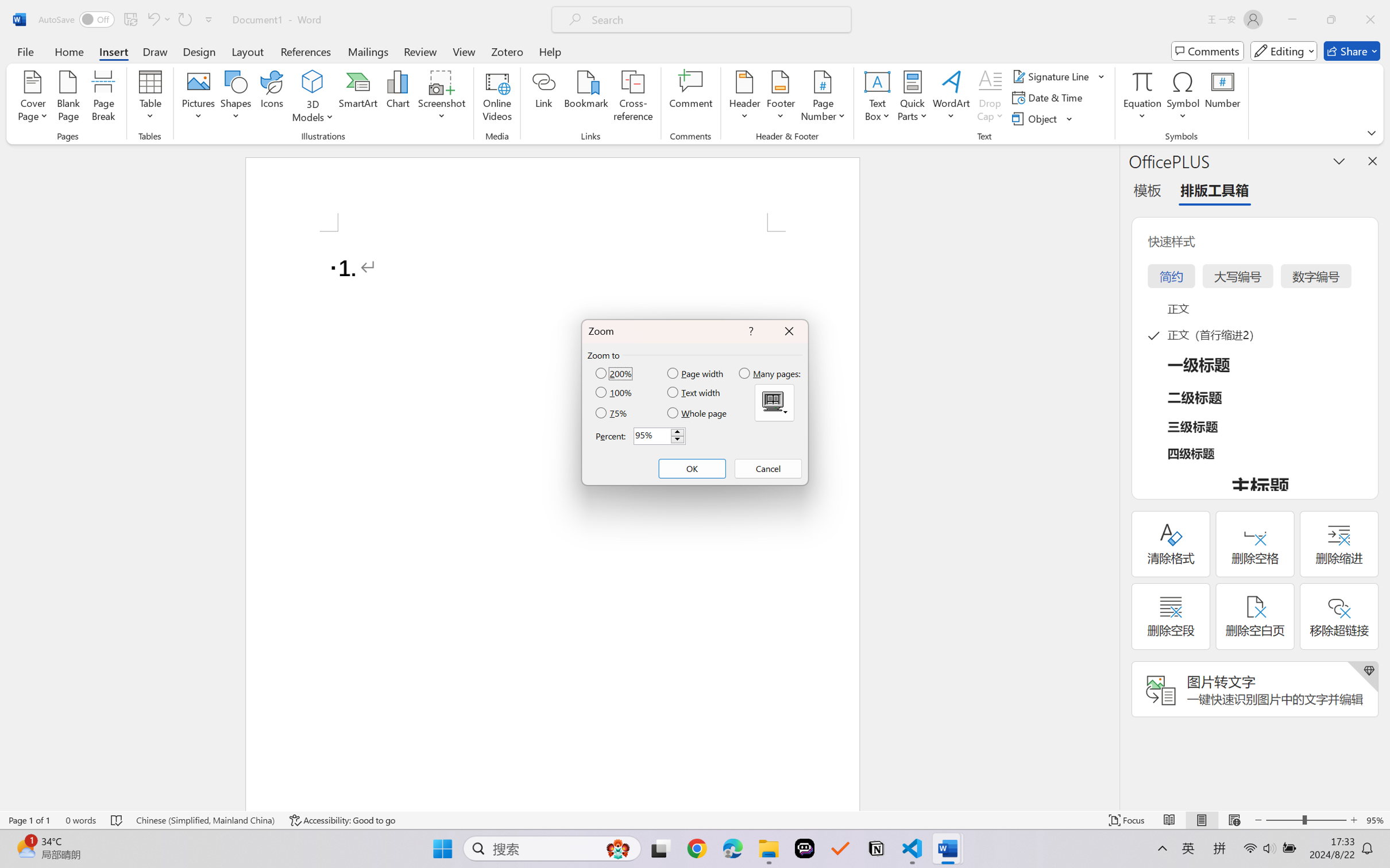  What do you see at coordinates (743, 98) in the screenshot?
I see `'Header'` at bounding box center [743, 98].